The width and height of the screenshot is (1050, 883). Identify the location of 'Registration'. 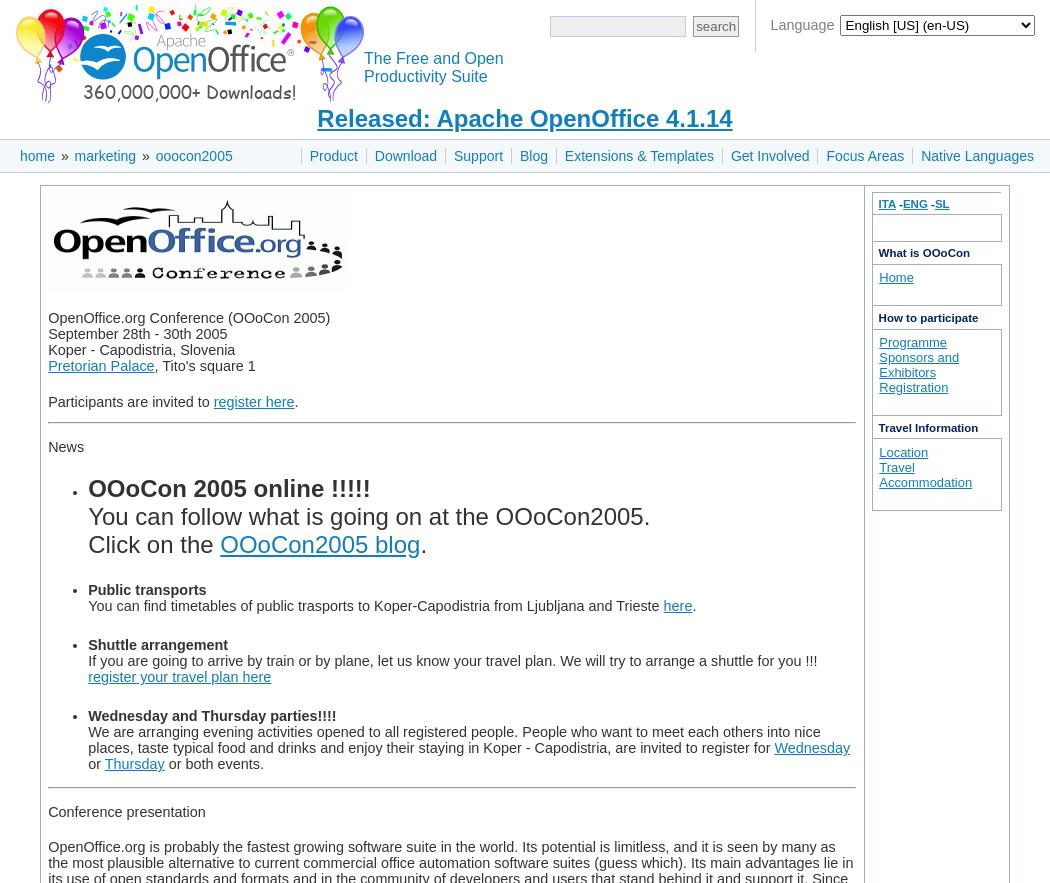
(913, 385).